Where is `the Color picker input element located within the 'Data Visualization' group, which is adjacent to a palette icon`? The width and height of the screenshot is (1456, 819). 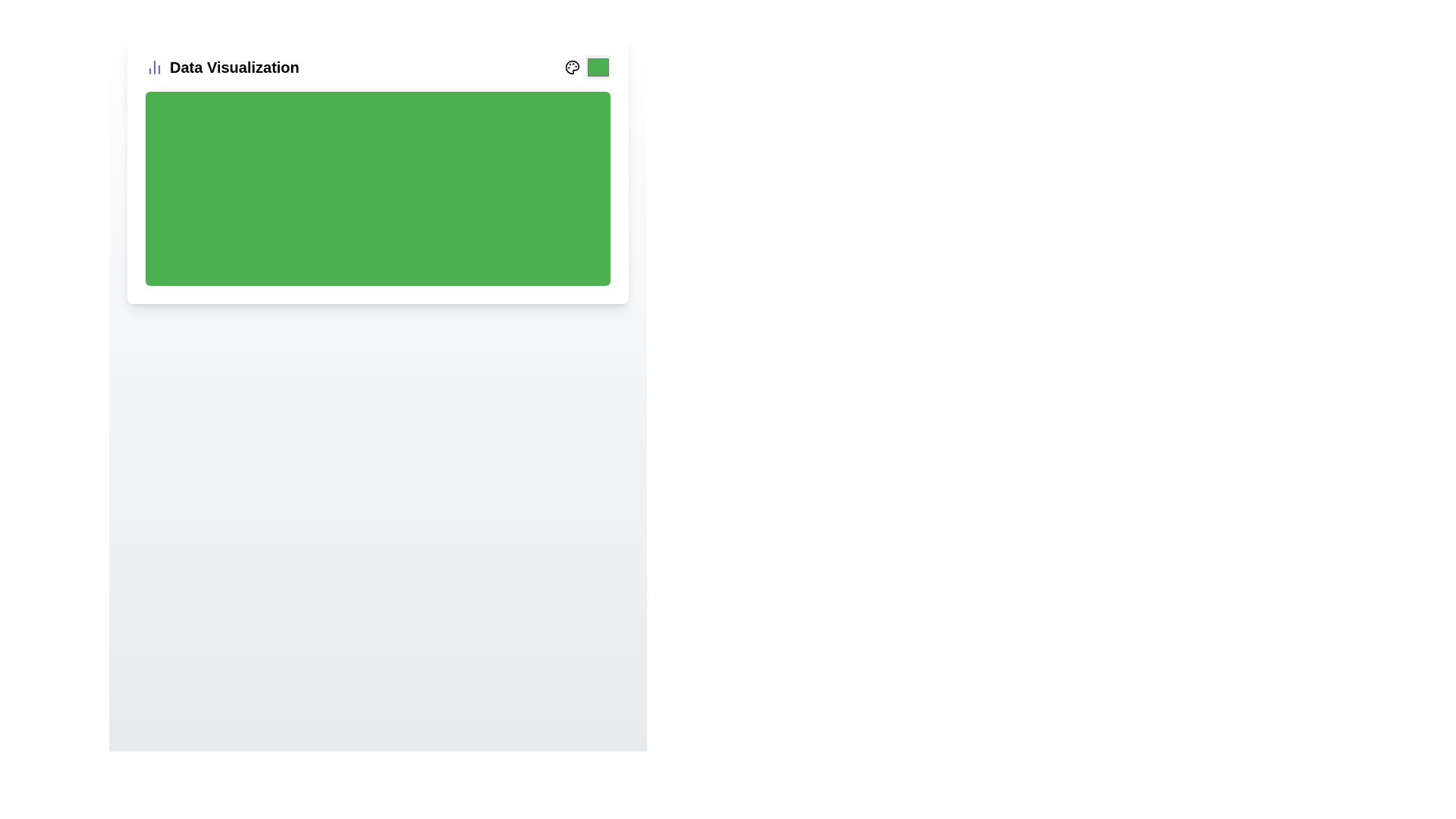 the Color picker input element located within the 'Data Visualization' group, which is adjacent to a palette icon is located at coordinates (586, 66).